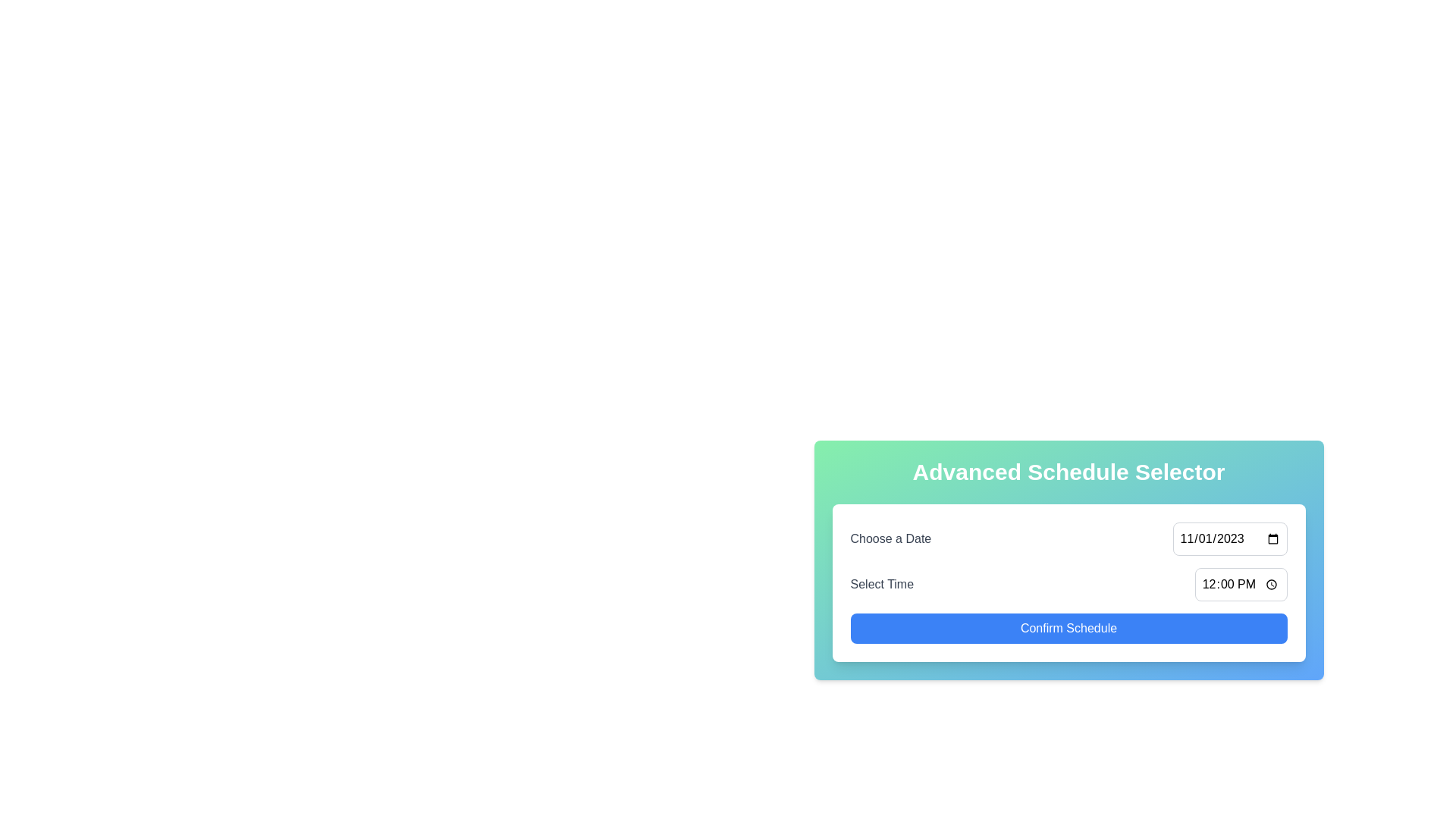 This screenshot has height=819, width=1456. Describe the element at coordinates (890, 538) in the screenshot. I see `the static text label displaying 'Choose a Date' which is positioned on the left side of the interface above the 'Select Time' label` at that location.